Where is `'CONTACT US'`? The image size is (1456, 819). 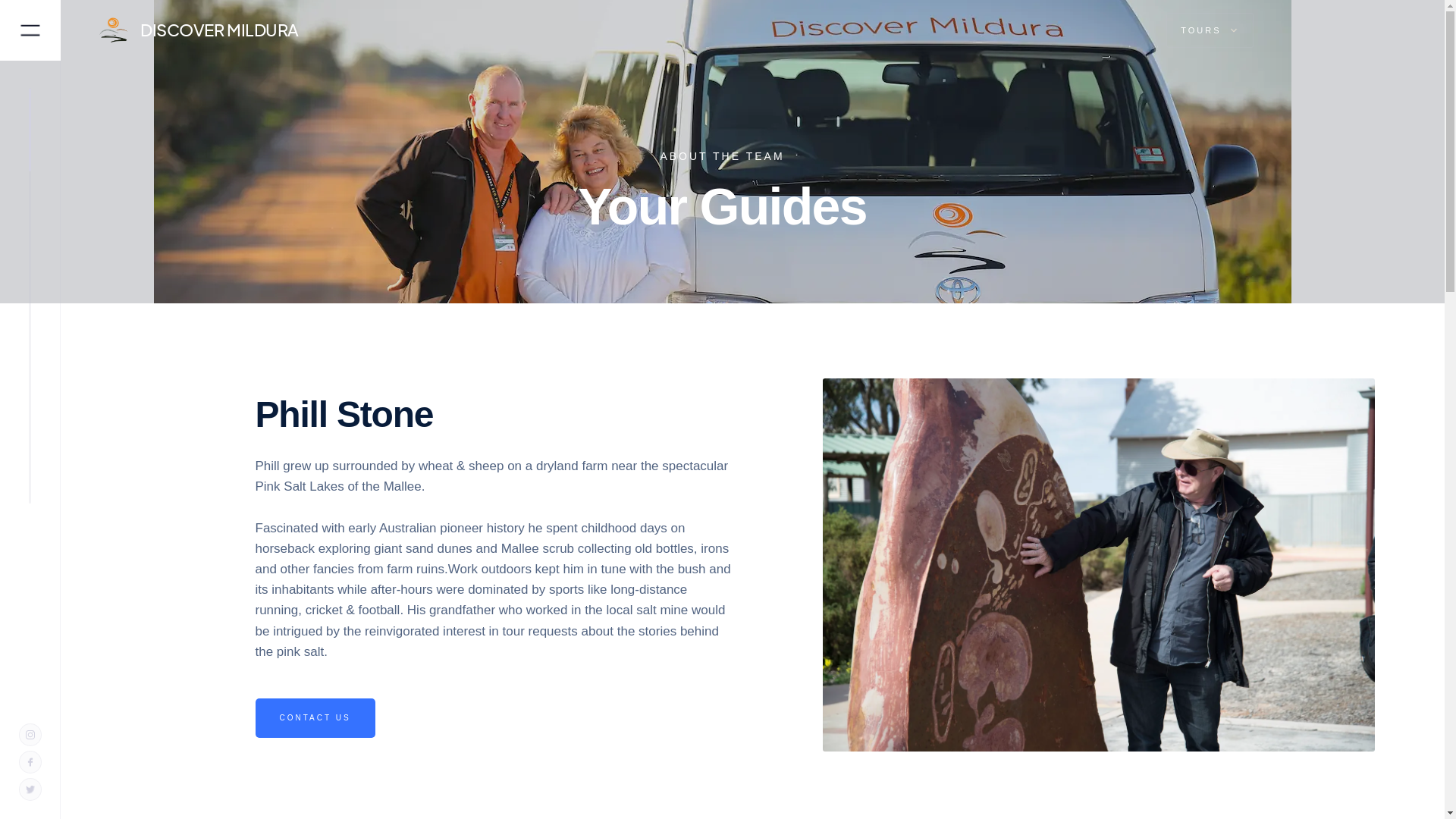 'CONTACT US' is located at coordinates (313, 717).